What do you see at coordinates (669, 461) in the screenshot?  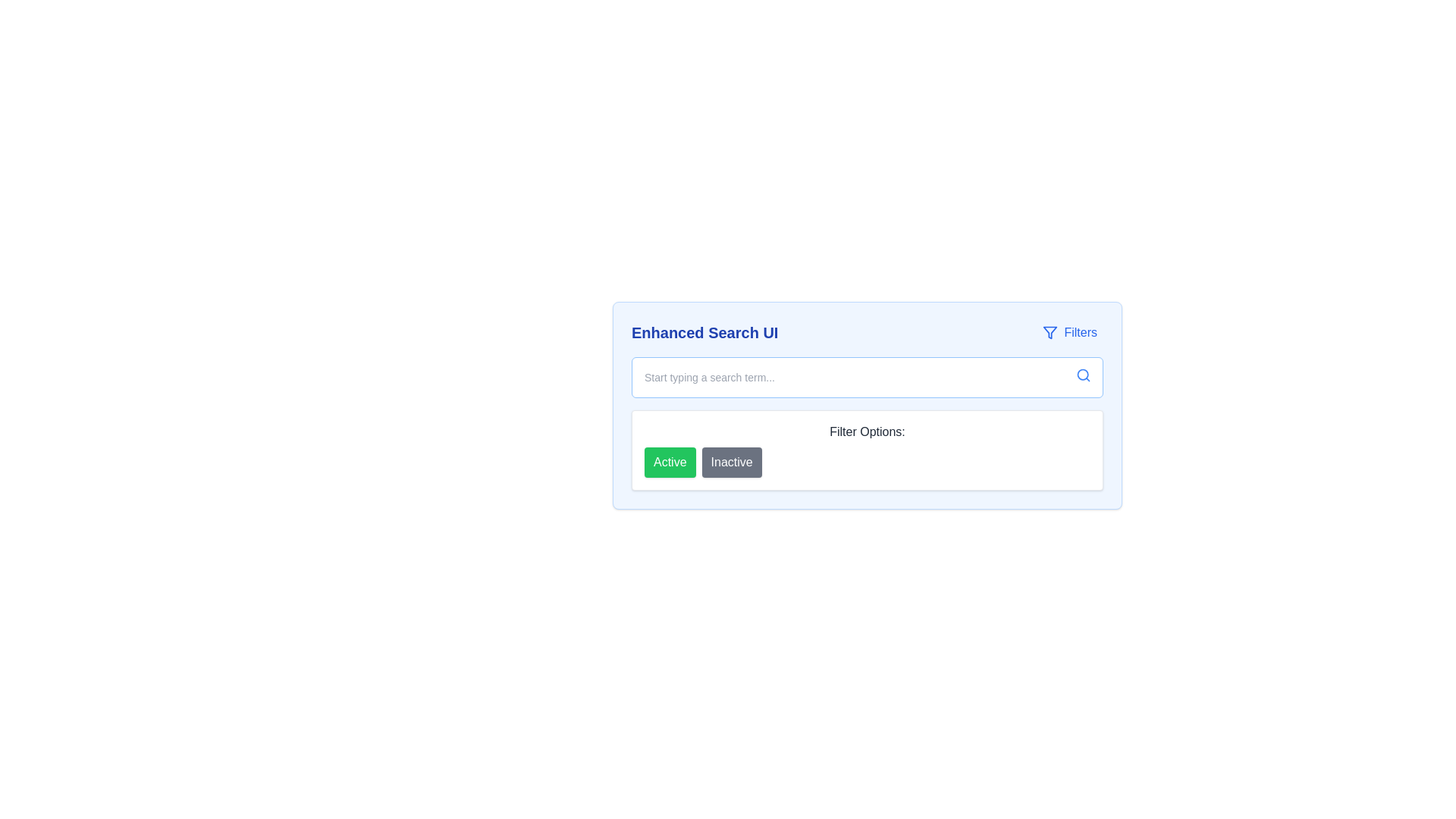 I see `the 'Active' button, which is a rectangular button with rounded corners and a vibrant green background` at bounding box center [669, 461].